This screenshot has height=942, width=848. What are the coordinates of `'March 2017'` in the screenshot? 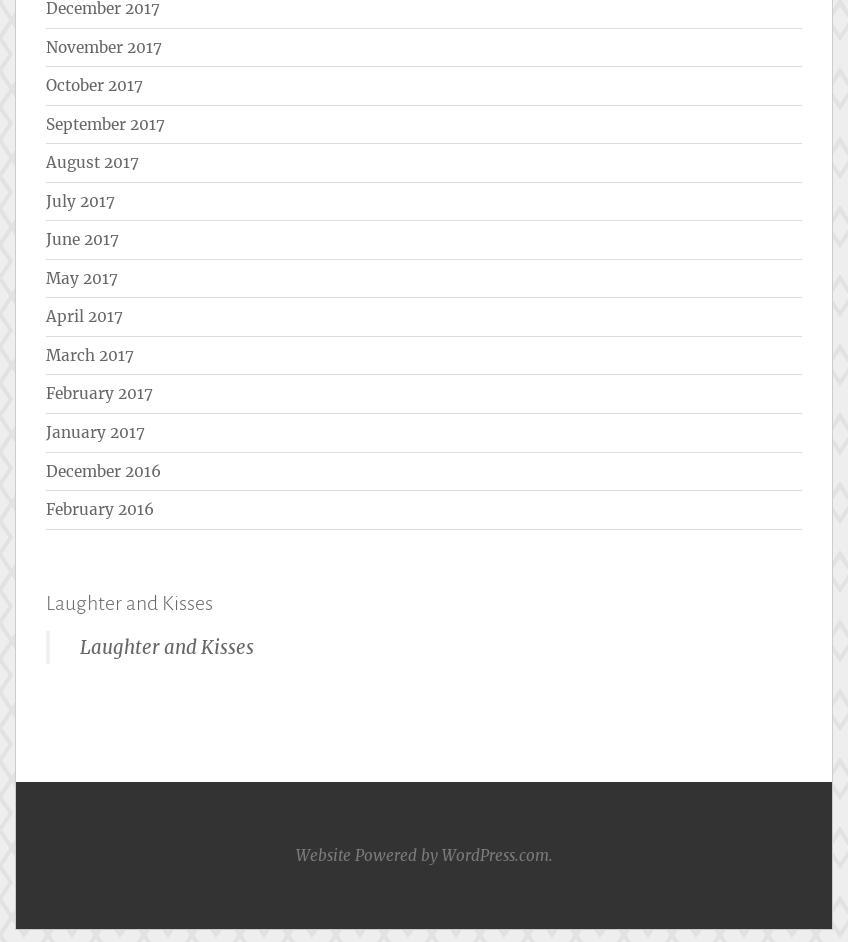 It's located at (44, 353).